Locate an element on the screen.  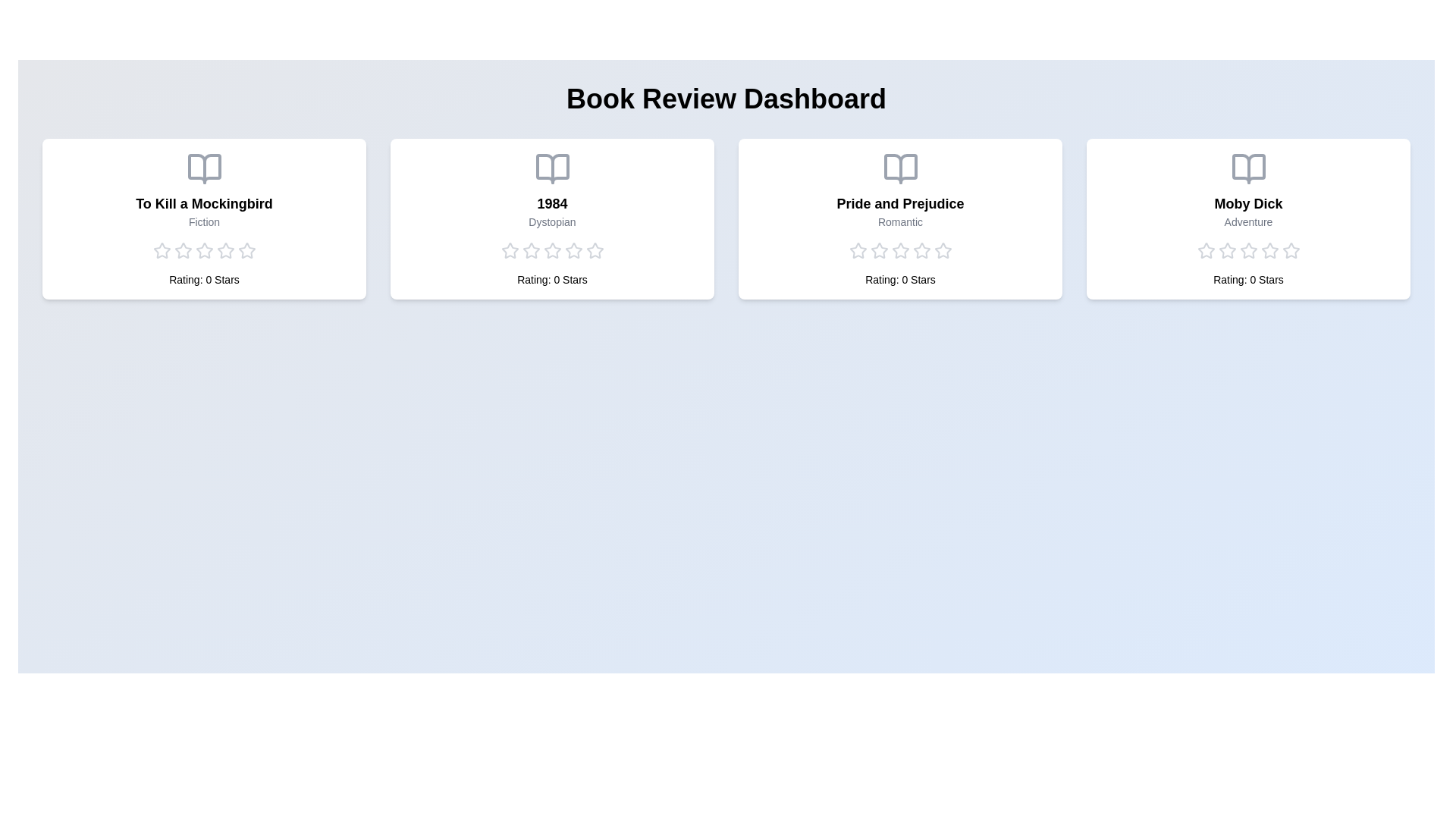
the book card for 'To Kill a Mockingbird' to observe its hover effect is located at coordinates (203, 219).